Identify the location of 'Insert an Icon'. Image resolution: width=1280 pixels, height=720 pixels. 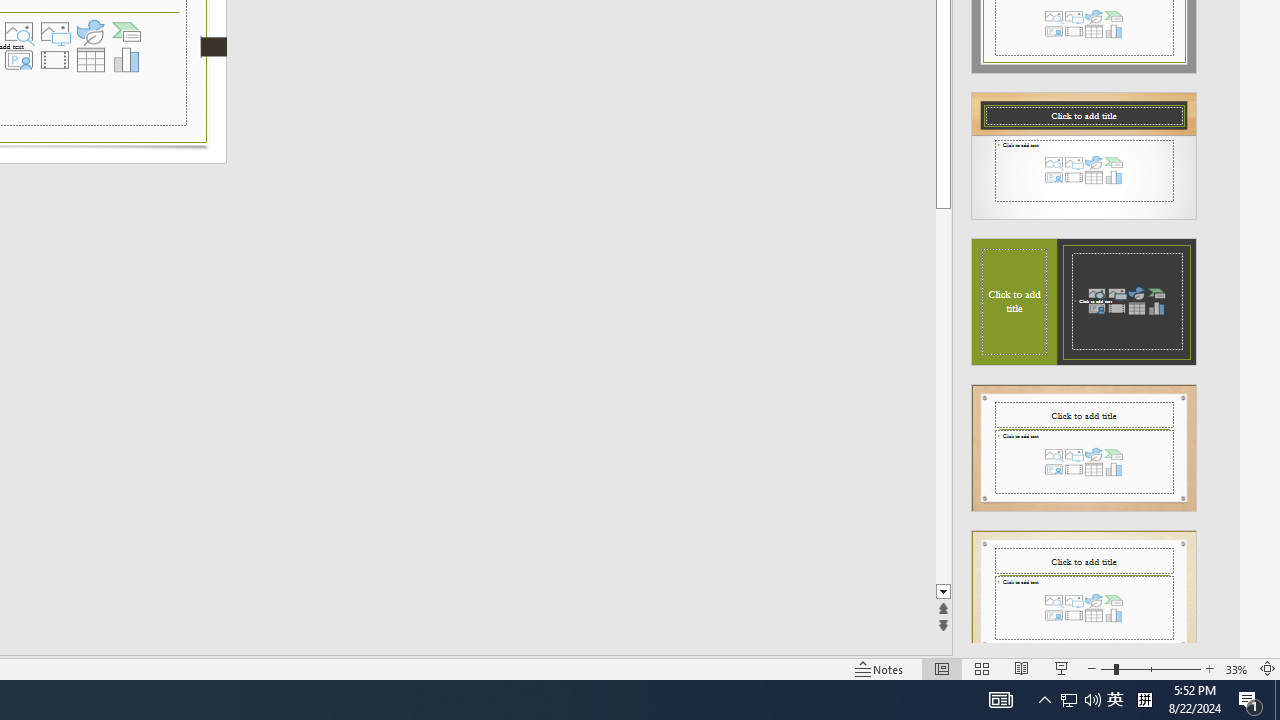
(90, 32).